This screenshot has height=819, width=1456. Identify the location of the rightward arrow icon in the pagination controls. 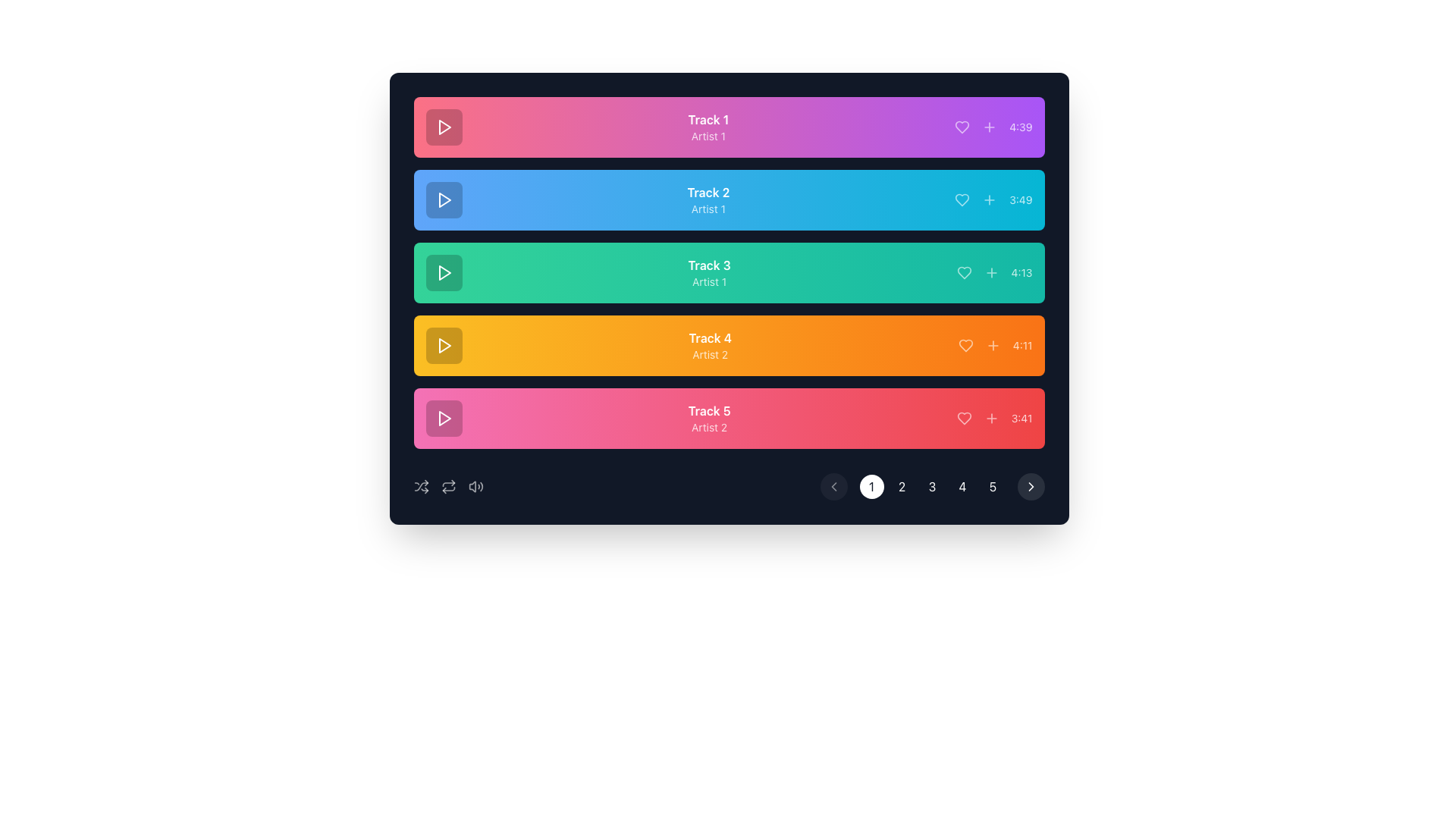
(1031, 486).